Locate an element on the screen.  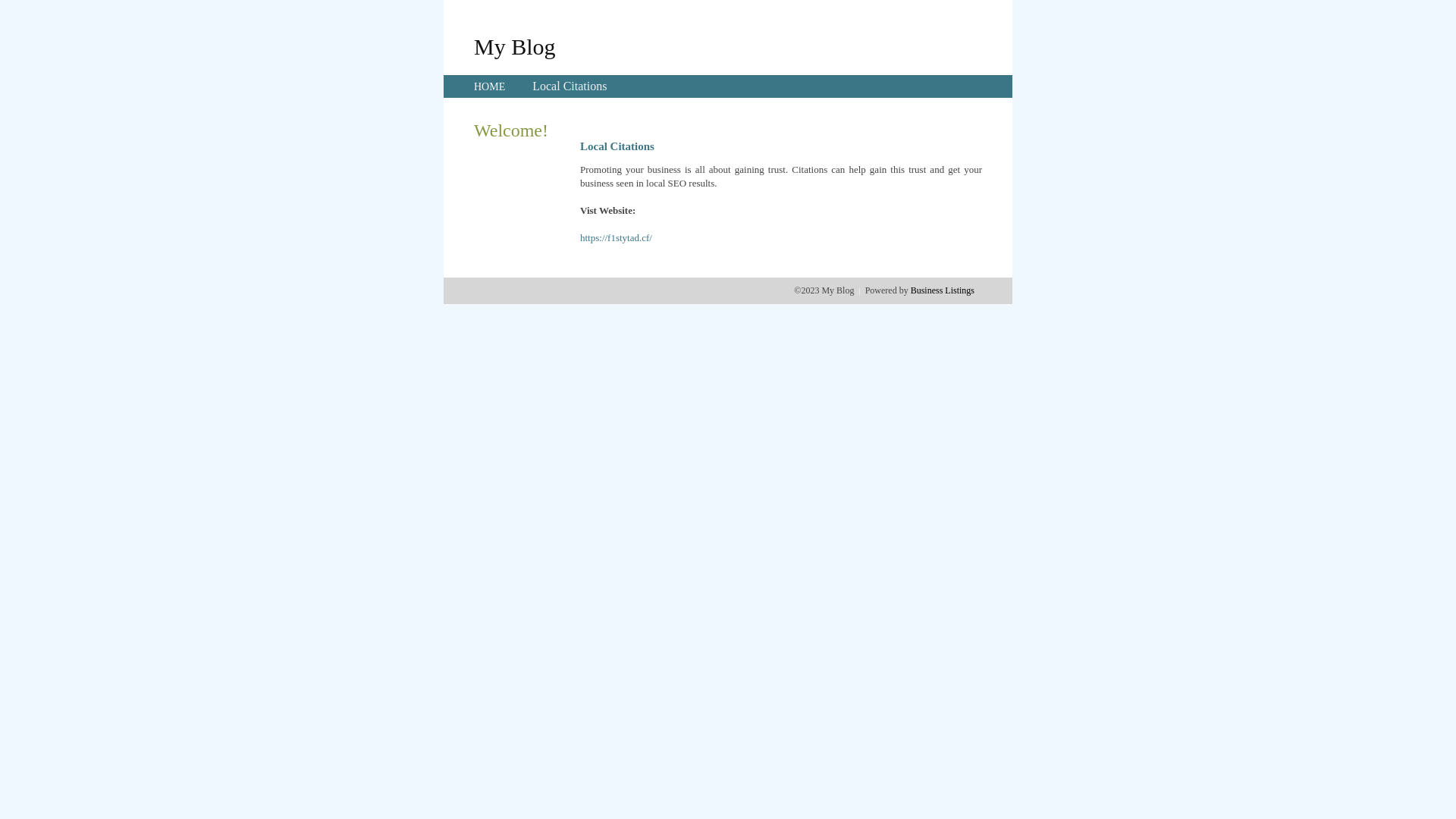
'HOME' is located at coordinates (489, 86).